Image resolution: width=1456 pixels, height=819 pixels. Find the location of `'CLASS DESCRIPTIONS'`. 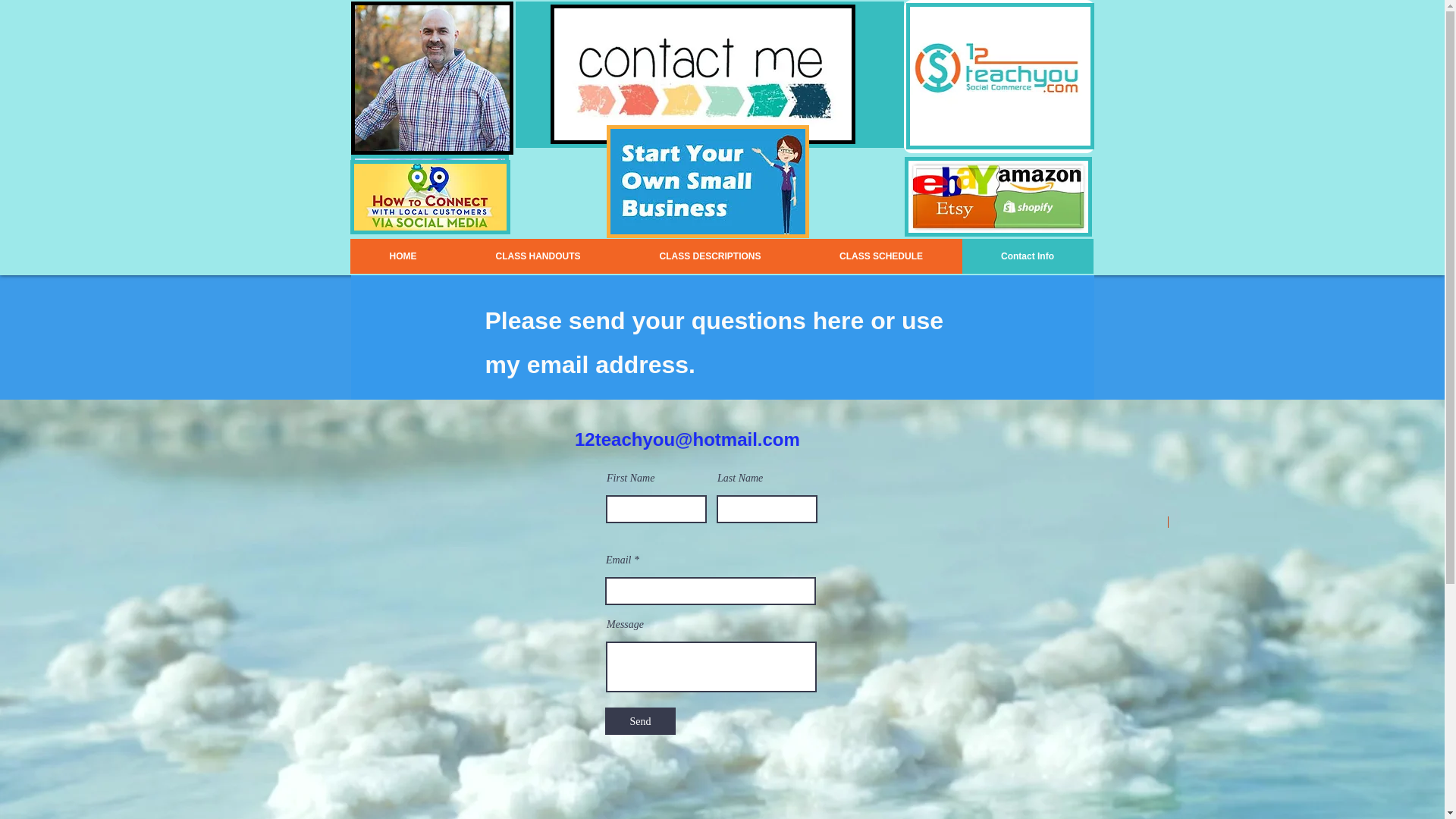

'CLASS DESCRIPTIONS' is located at coordinates (709, 256).